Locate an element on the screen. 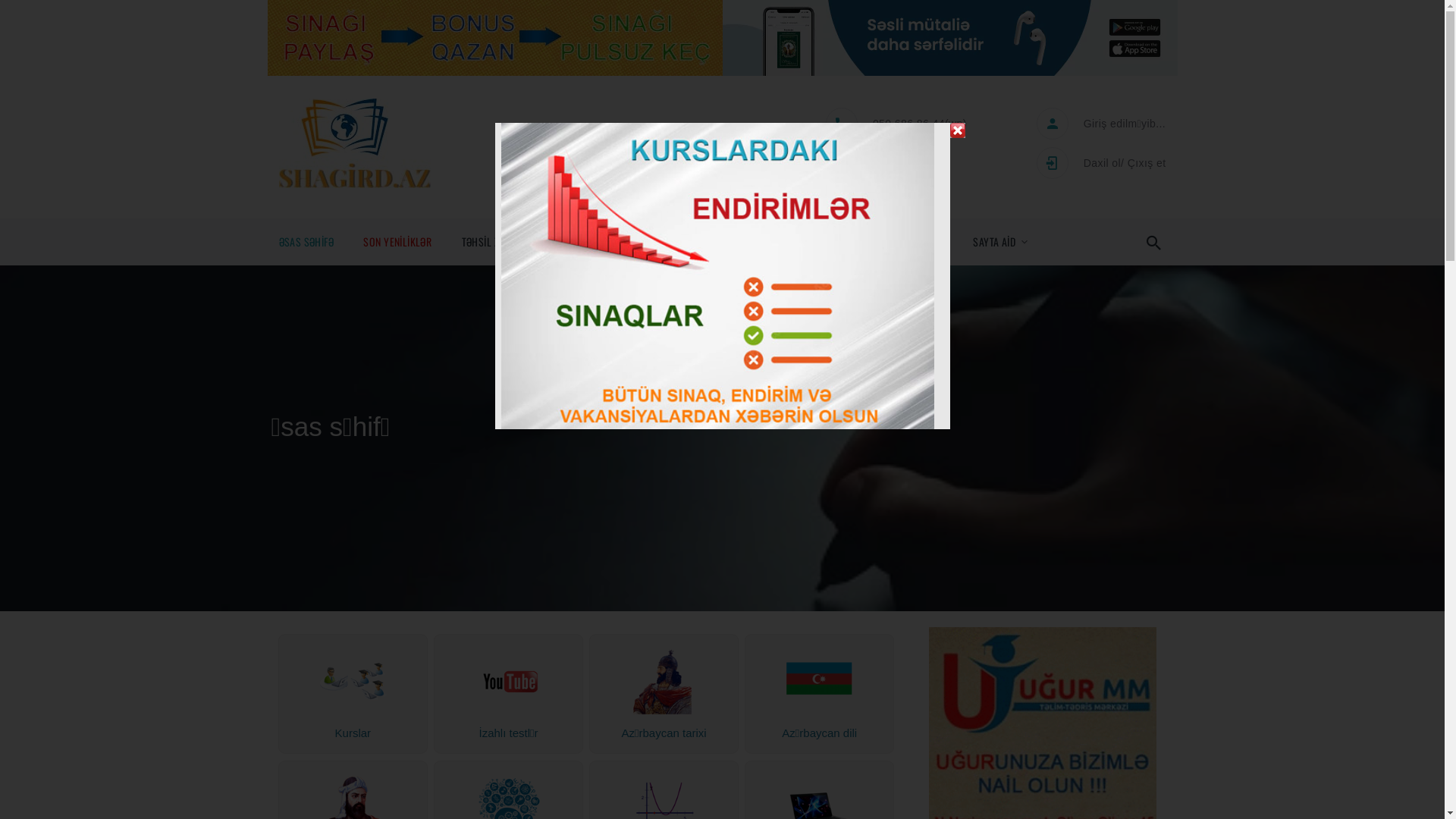 The image size is (1456, 819). 'Logo' is located at coordinates (354, 143).